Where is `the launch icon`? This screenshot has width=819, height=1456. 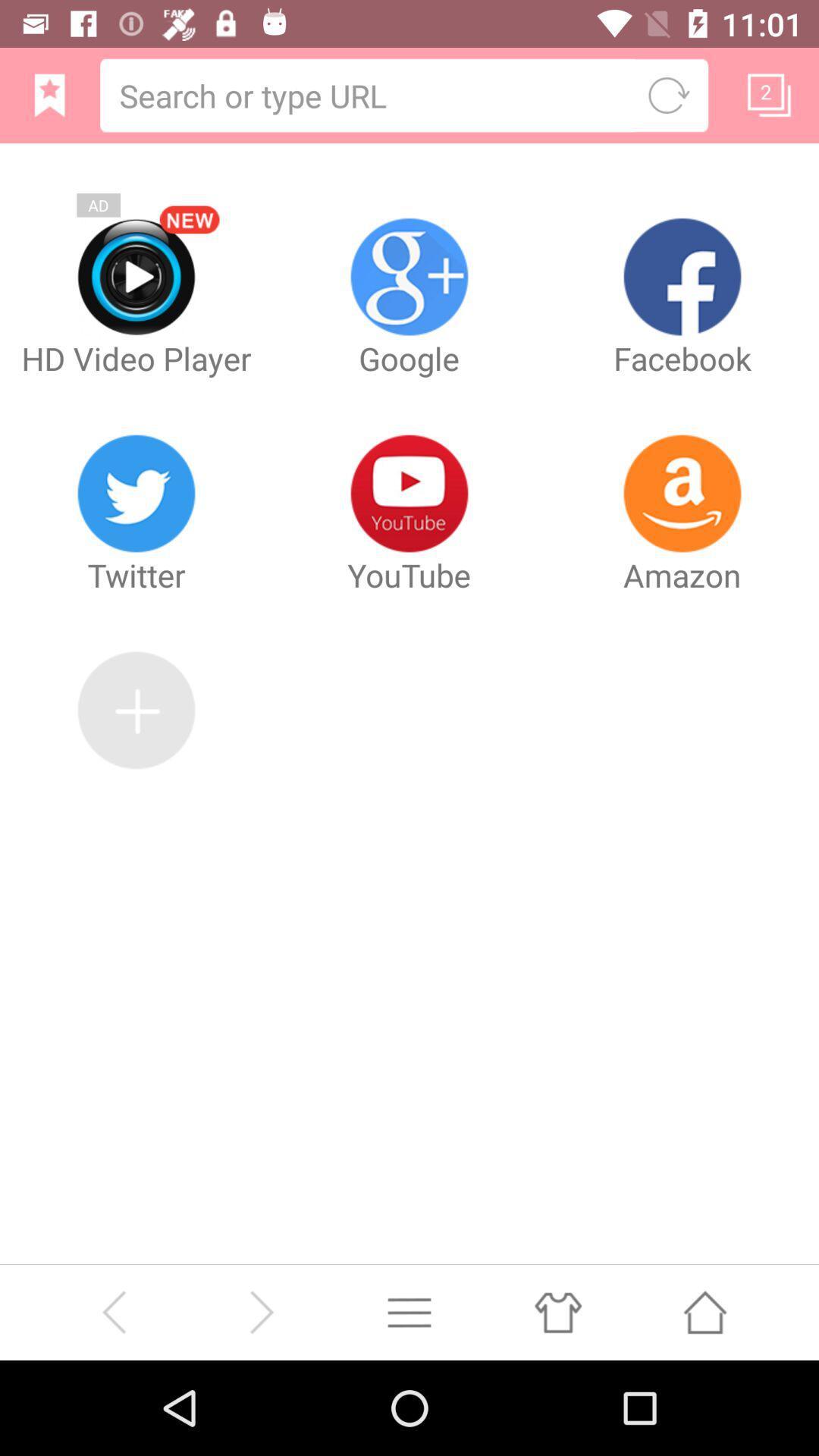
the launch icon is located at coordinates (704, 1404).